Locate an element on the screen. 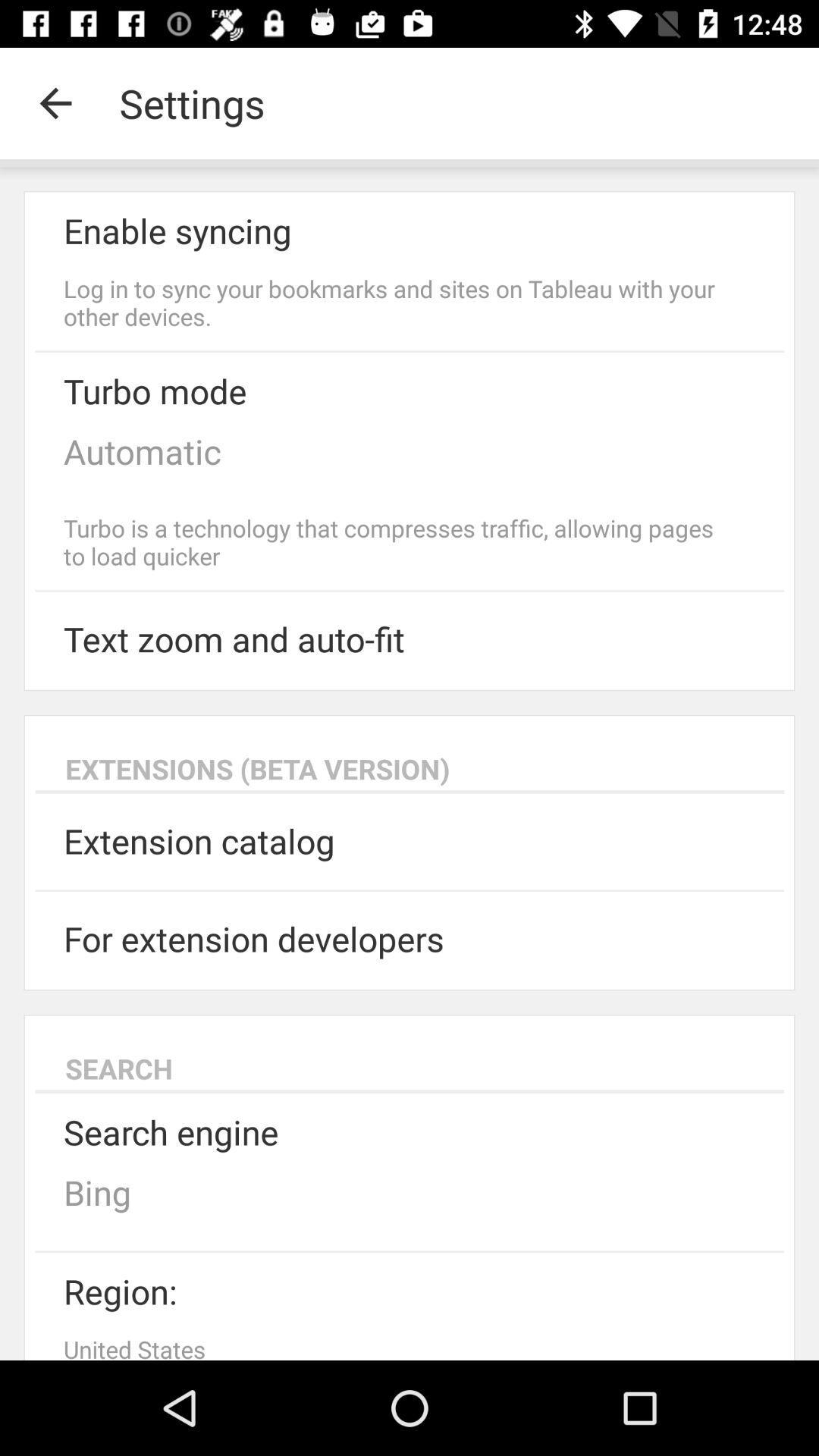 This screenshot has height=1456, width=819. icon above enable syncing icon is located at coordinates (55, 102).